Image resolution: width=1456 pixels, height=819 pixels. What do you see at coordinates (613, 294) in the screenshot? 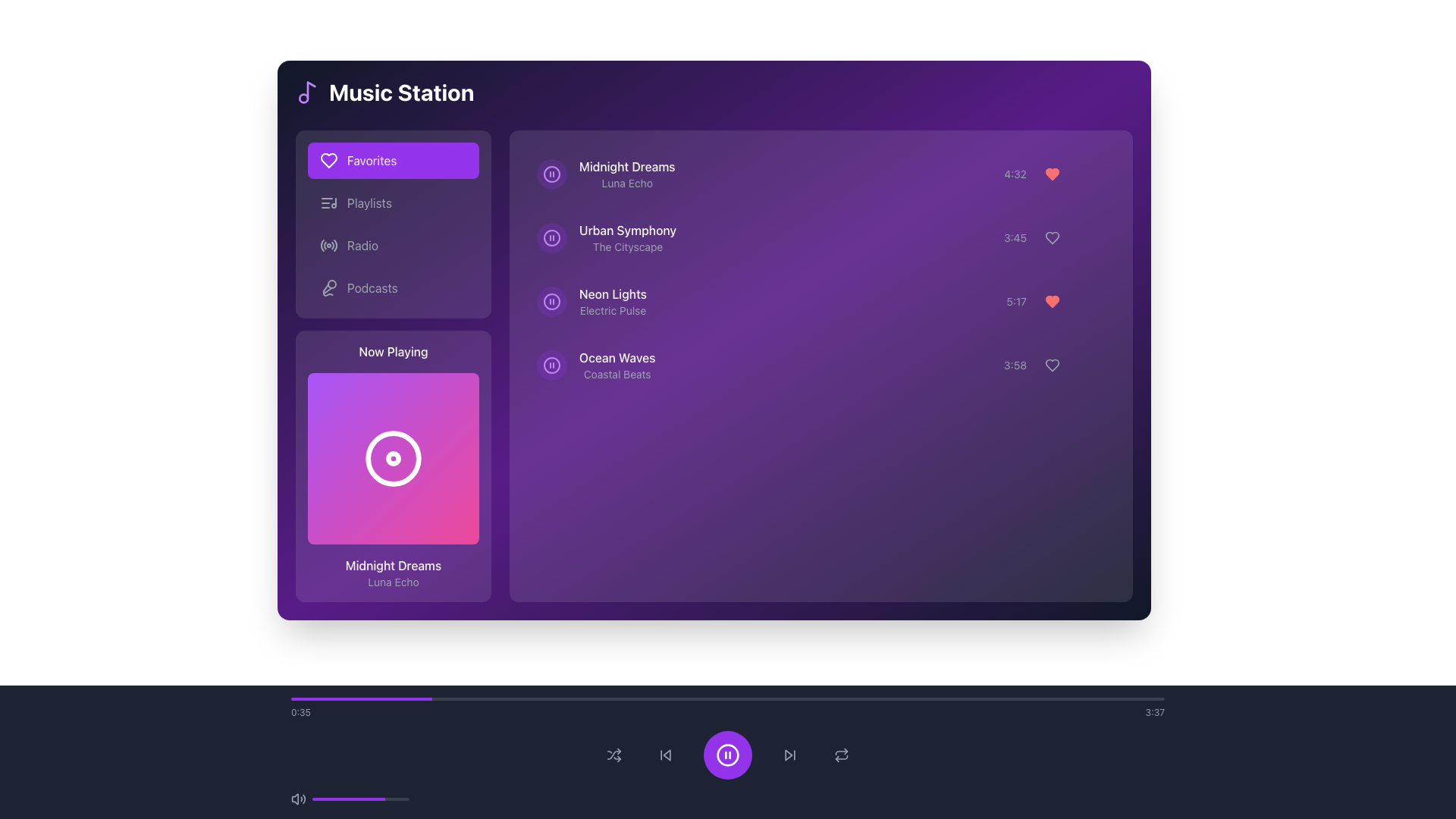
I see `text content of the title 'Neon Lights', which is the first line of the music track title in the right panel of the interface` at bounding box center [613, 294].